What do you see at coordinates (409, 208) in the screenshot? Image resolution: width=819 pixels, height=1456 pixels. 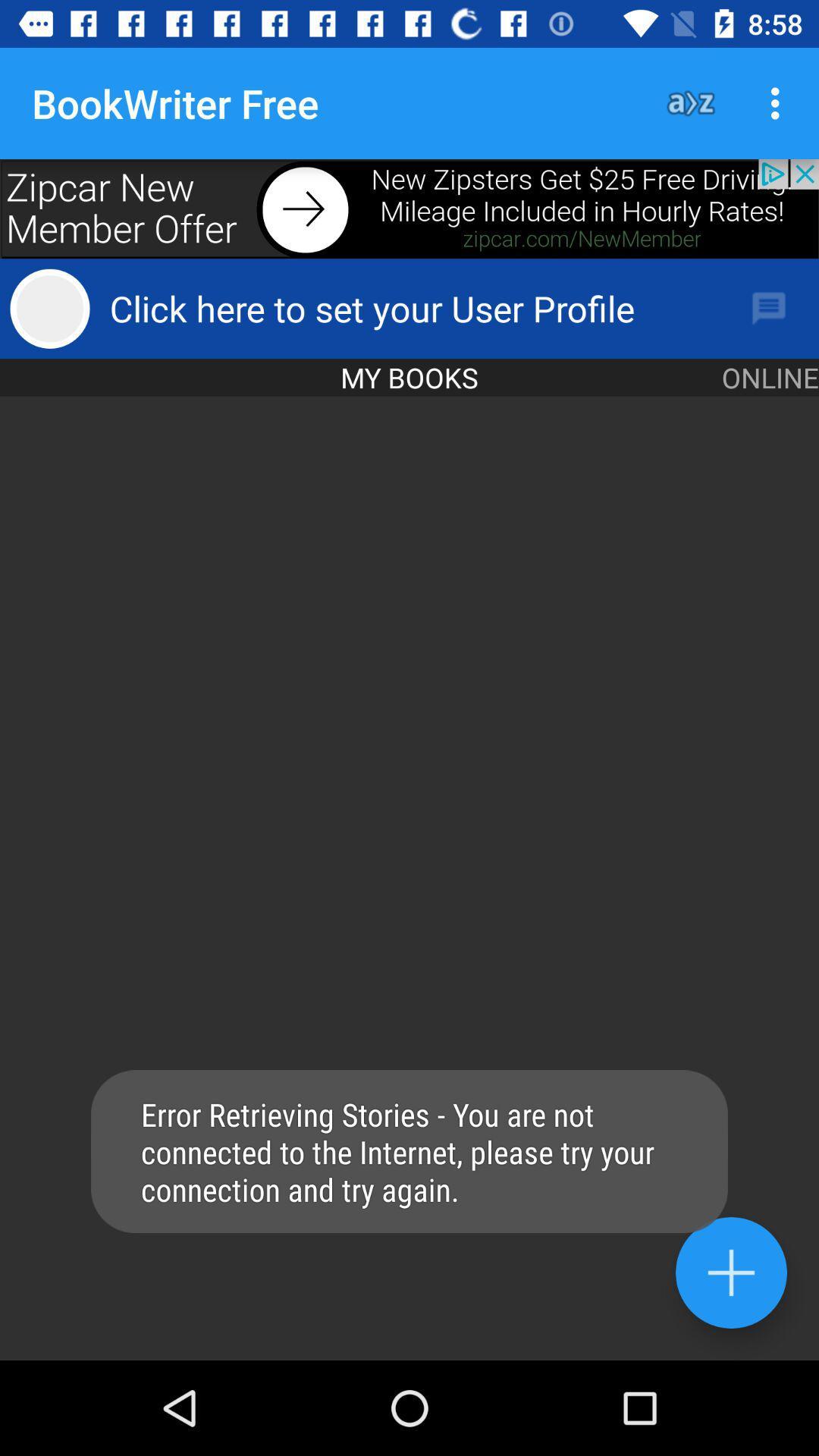 I see `app advertisement` at bounding box center [409, 208].